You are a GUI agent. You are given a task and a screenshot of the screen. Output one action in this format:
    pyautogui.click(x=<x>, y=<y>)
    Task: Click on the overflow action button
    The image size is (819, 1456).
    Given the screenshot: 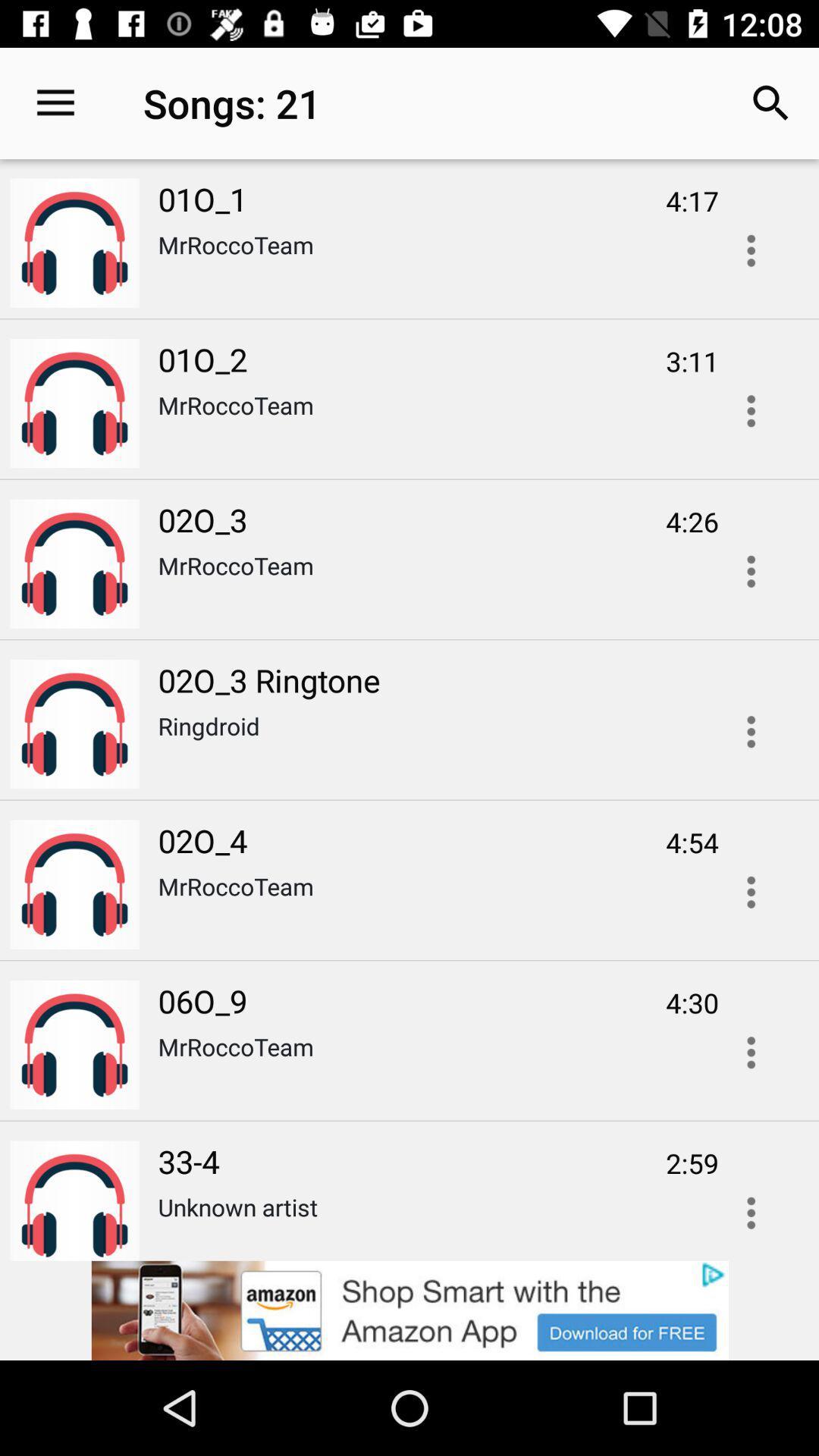 What is the action you would take?
    pyautogui.click(x=751, y=570)
    